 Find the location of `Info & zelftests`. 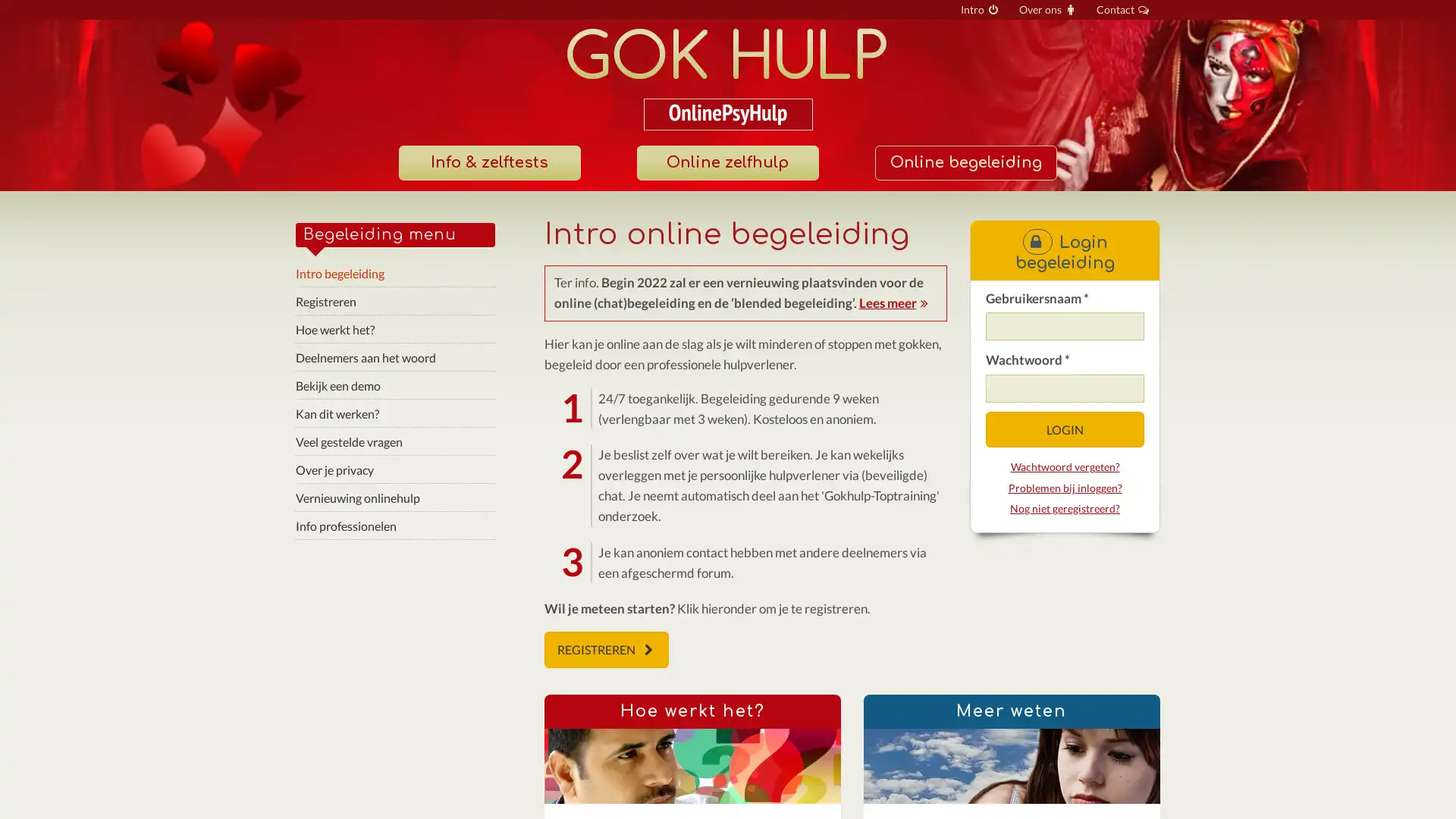

Info & zelftests is located at coordinates (488, 163).